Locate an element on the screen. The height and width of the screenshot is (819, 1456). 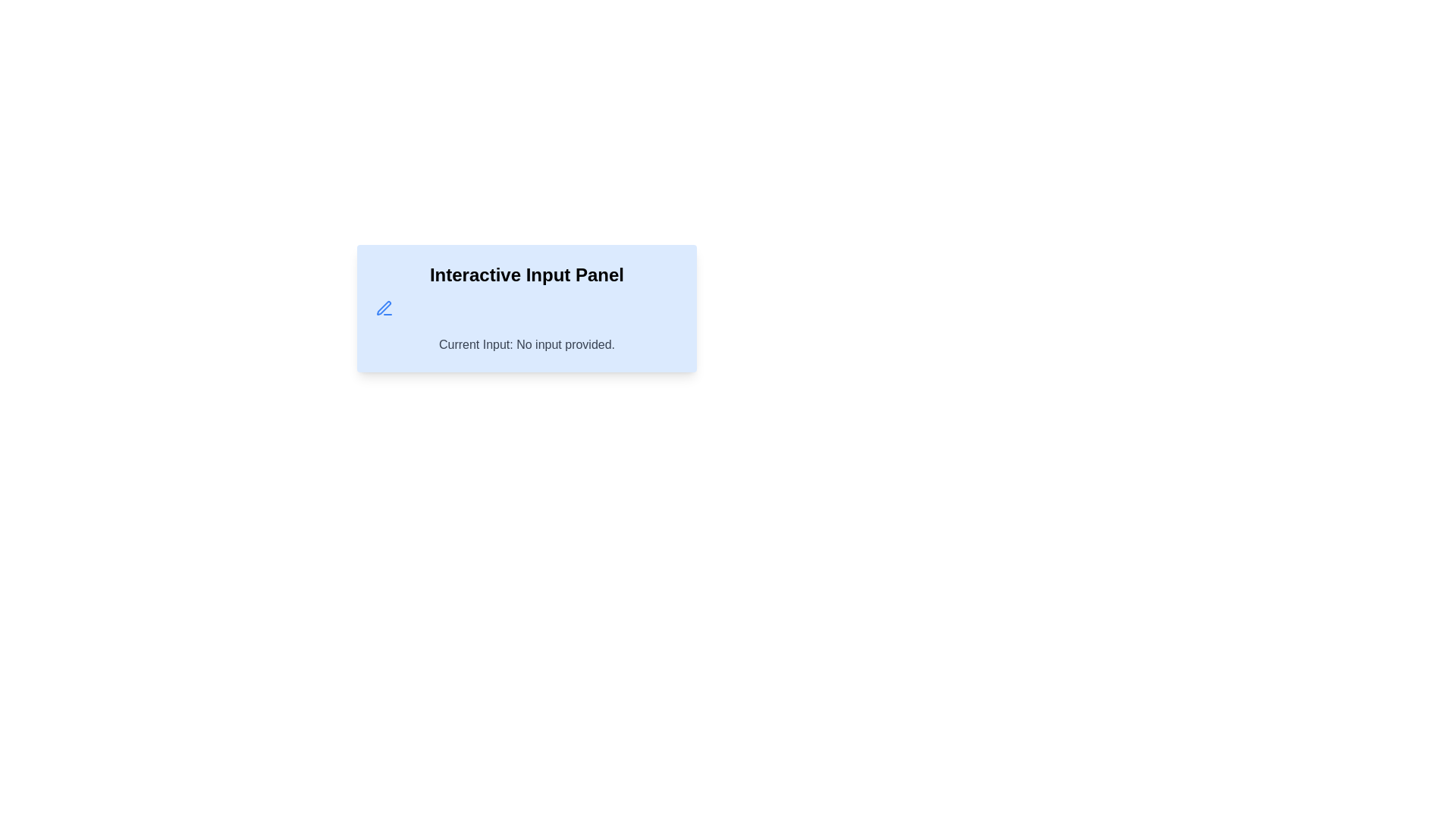
the small blue pen icon located at the far left of the 'Interactive Input Panel' is located at coordinates (384, 308).